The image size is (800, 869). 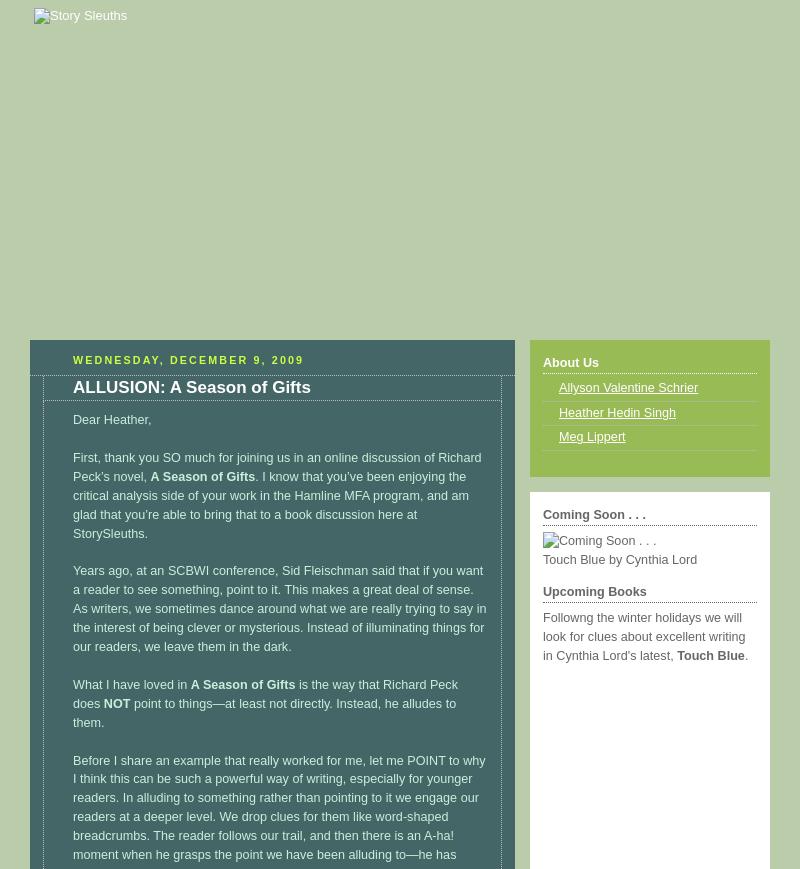 What do you see at coordinates (709, 656) in the screenshot?
I see `'Touch Blue'` at bounding box center [709, 656].